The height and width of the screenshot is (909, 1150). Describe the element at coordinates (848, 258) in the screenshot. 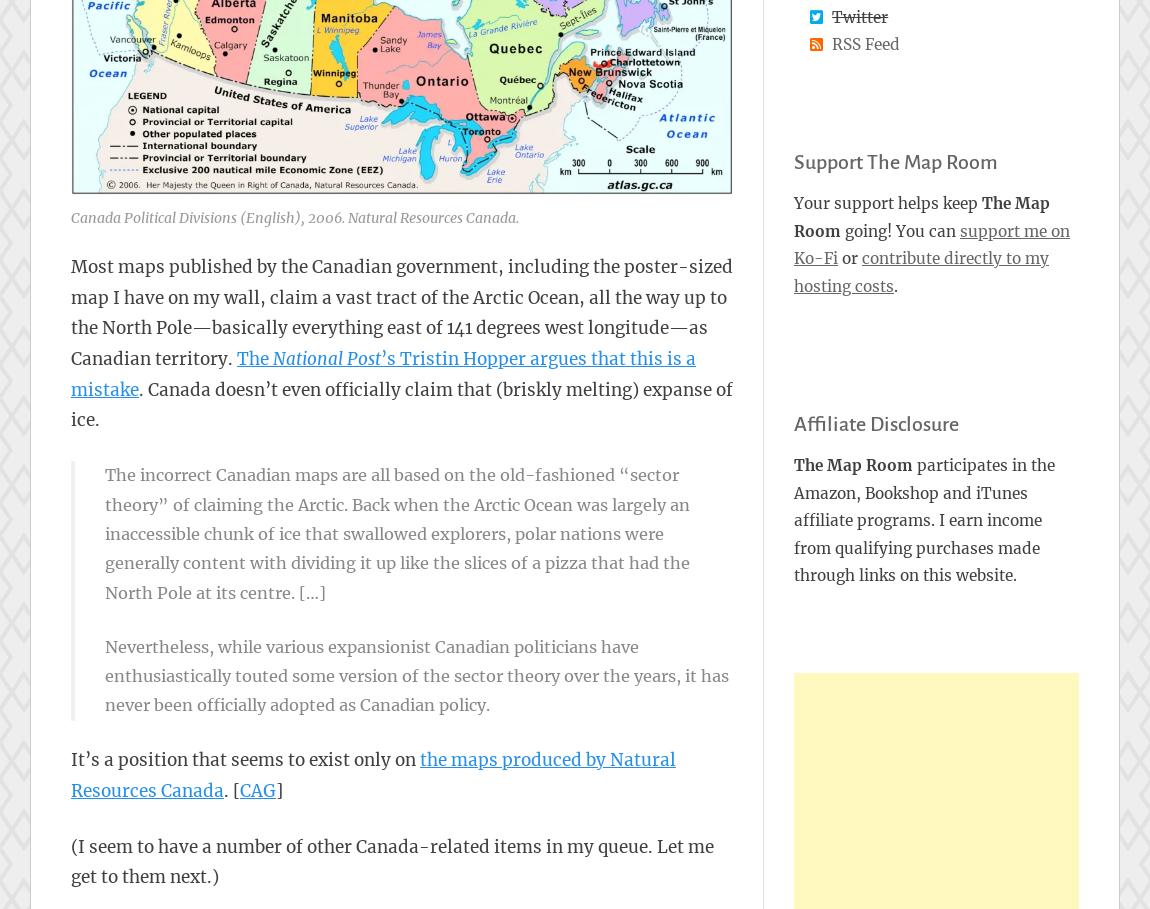

I see `'or'` at that location.